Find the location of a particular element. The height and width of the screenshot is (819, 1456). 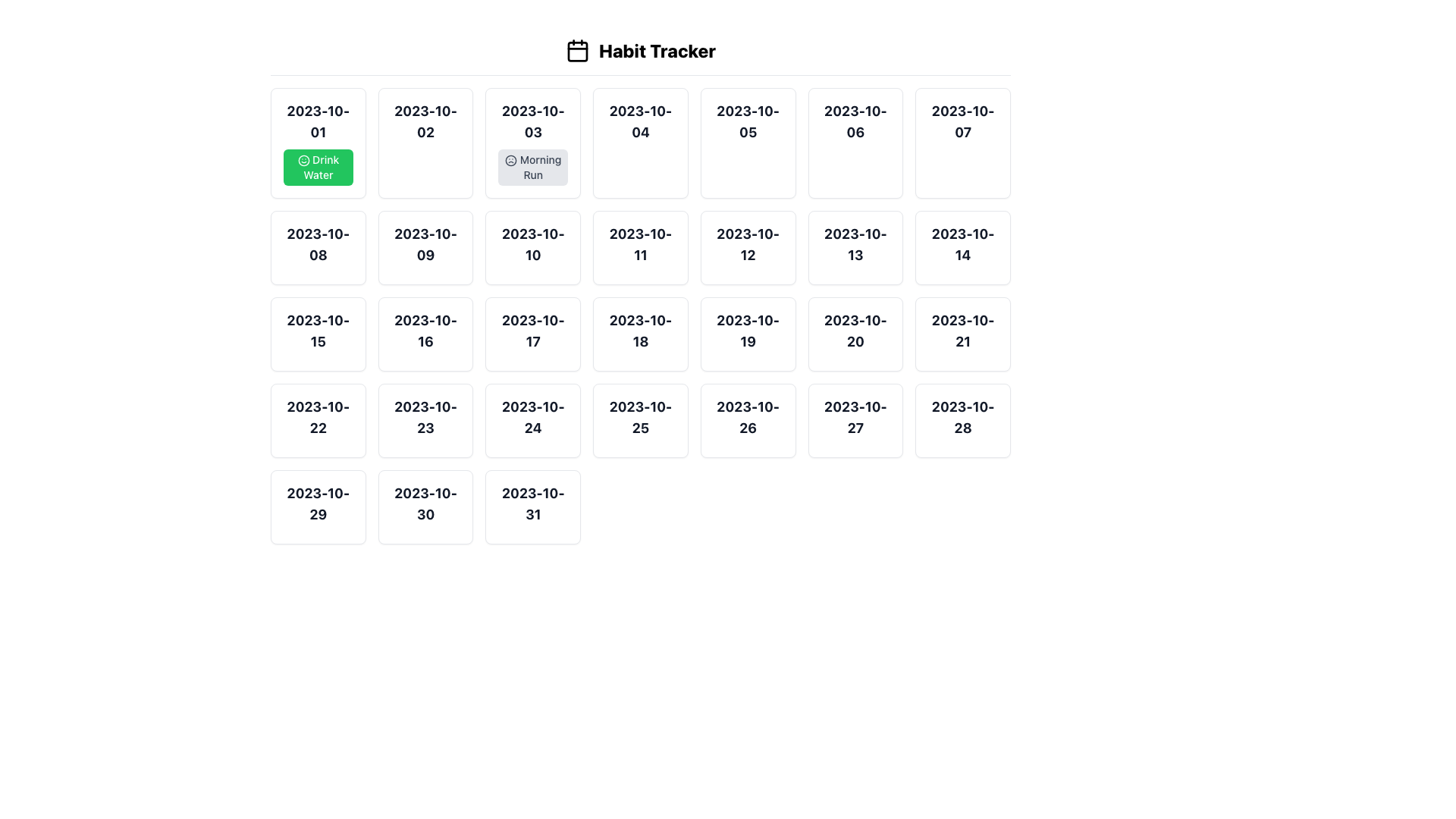

the calendar day box displaying the date '2023-10-21' located at row 4, column 6 in the grid layout is located at coordinates (962, 333).